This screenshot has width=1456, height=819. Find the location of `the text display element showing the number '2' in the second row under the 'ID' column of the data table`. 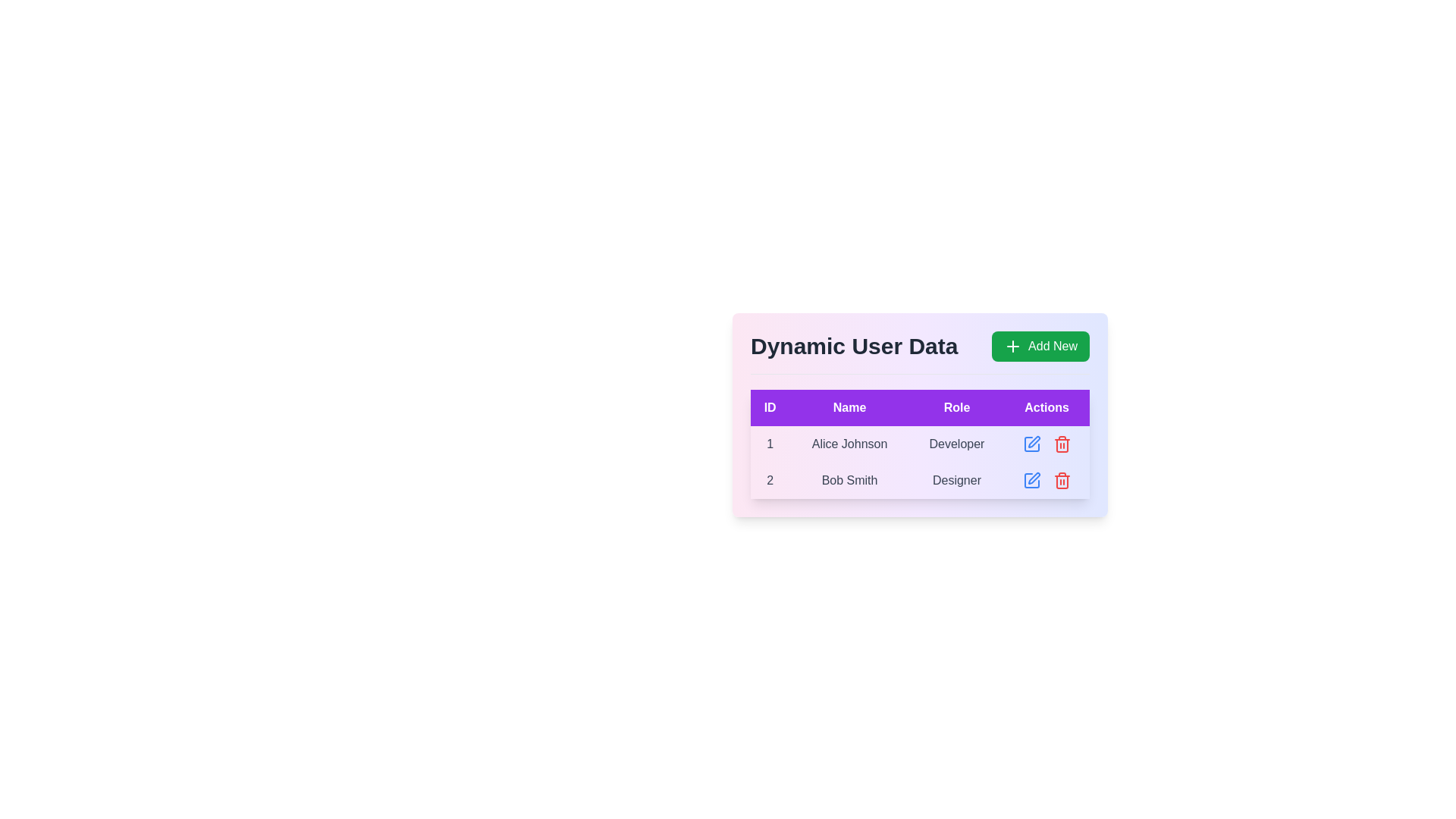

the text display element showing the number '2' in the second row under the 'ID' column of the data table is located at coordinates (770, 480).